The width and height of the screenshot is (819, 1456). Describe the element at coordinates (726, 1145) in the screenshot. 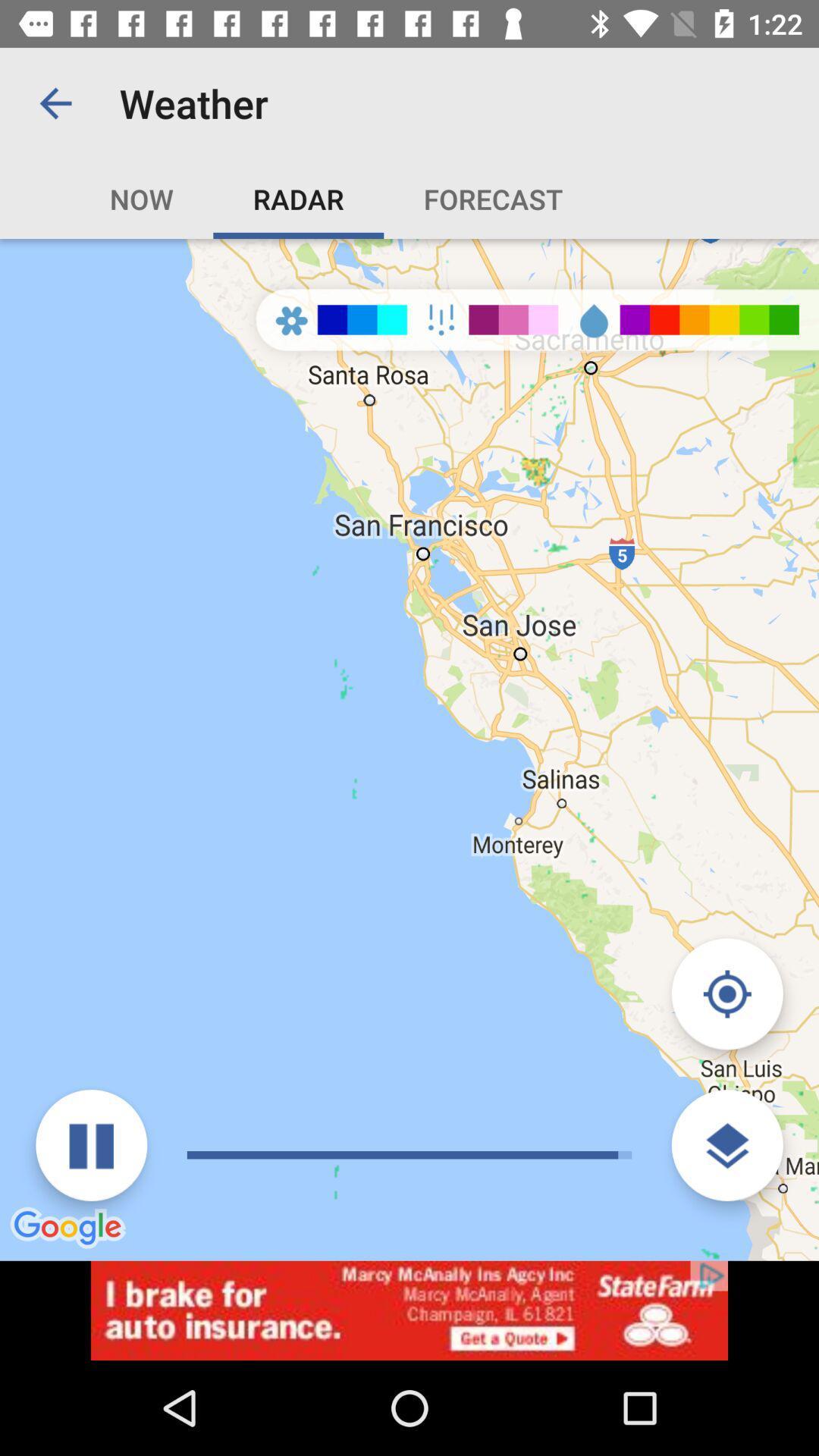

I see `see more options` at that location.